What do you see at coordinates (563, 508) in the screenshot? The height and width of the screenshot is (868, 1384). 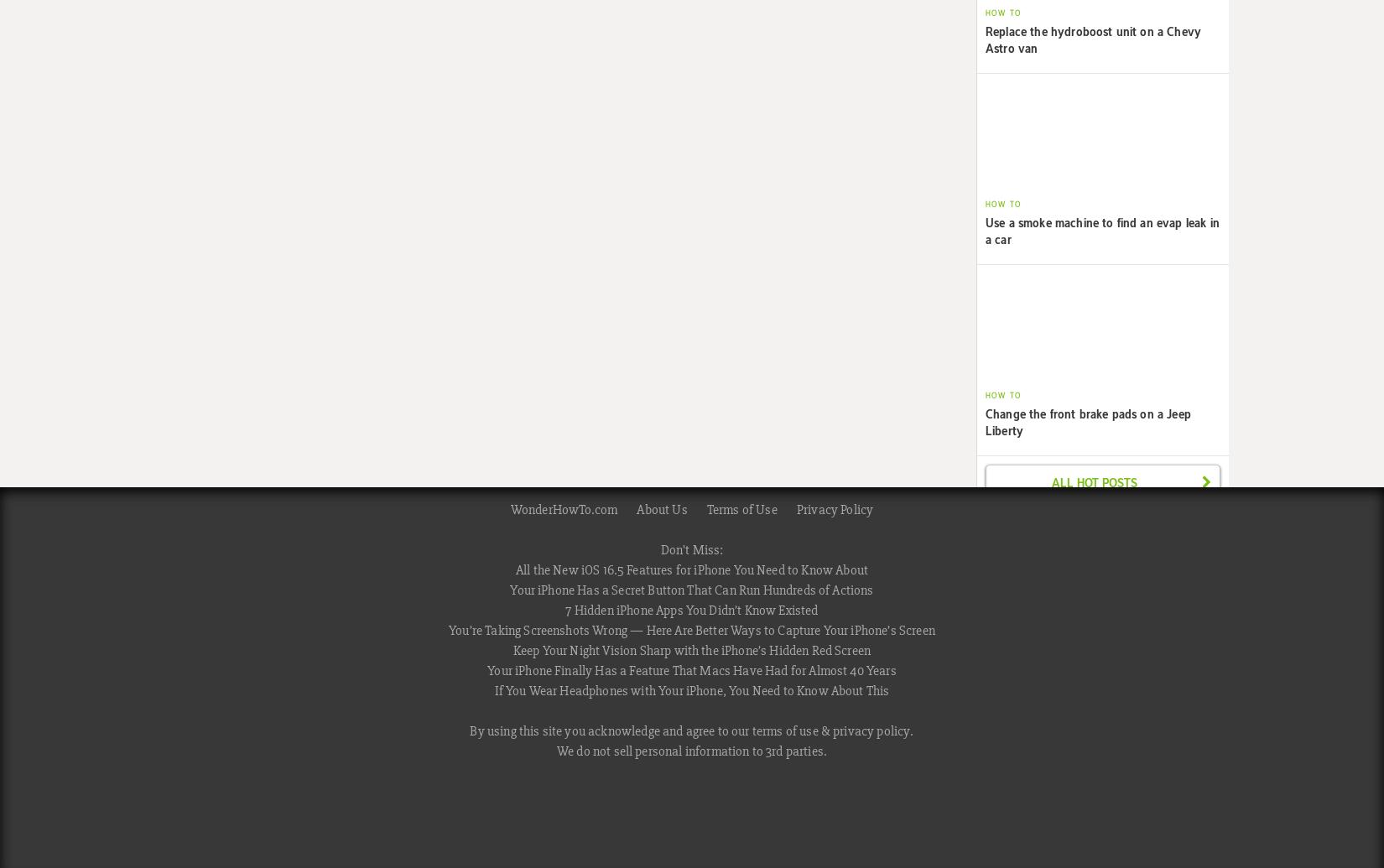 I see `'WonderHowTo.com'` at bounding box center [563, 508].